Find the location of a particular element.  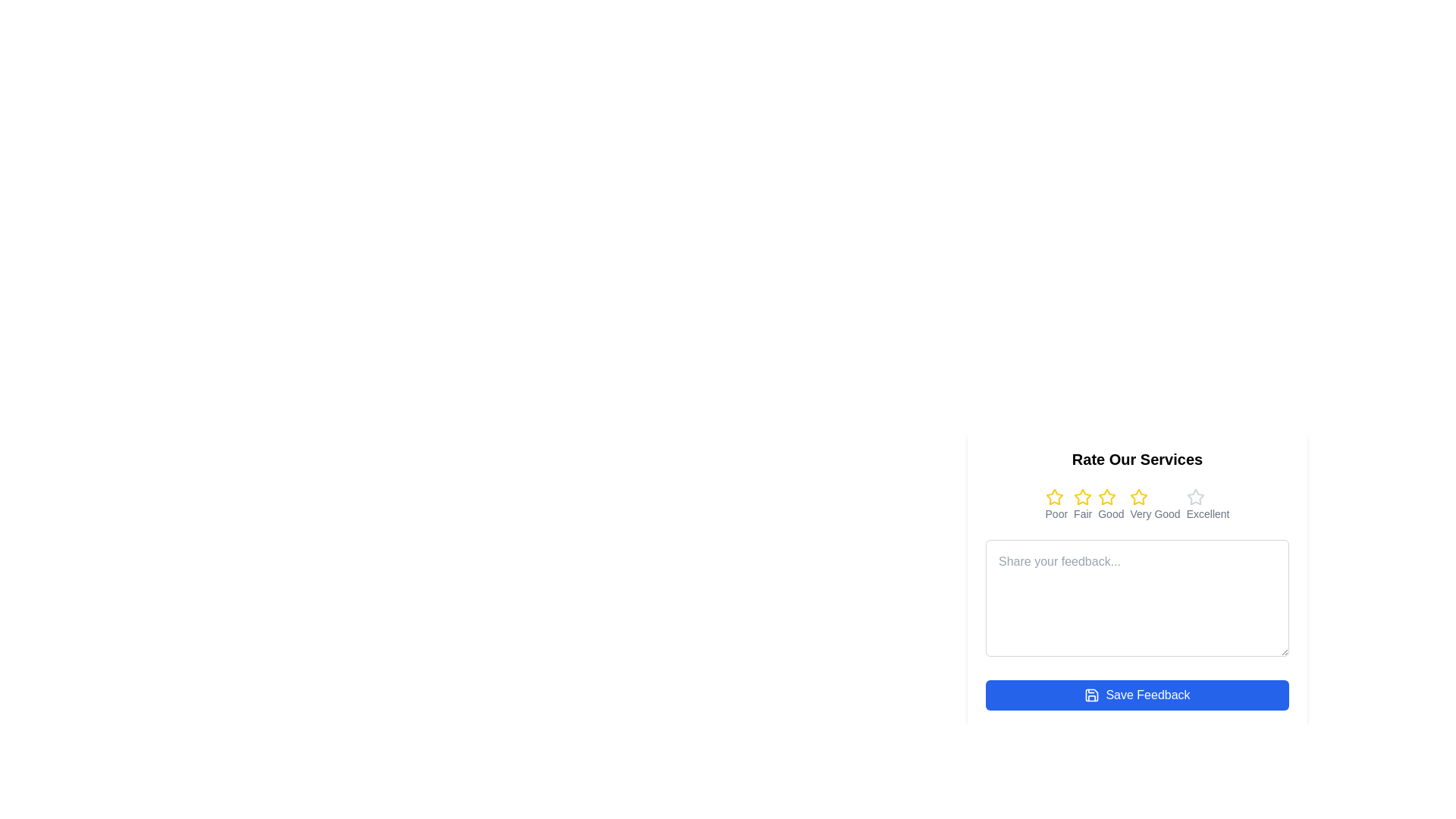

the Rating Control with Stars element located centrally below the heading 'Rate Our Services' in the feedback form is located at coordinates (1137, 505).